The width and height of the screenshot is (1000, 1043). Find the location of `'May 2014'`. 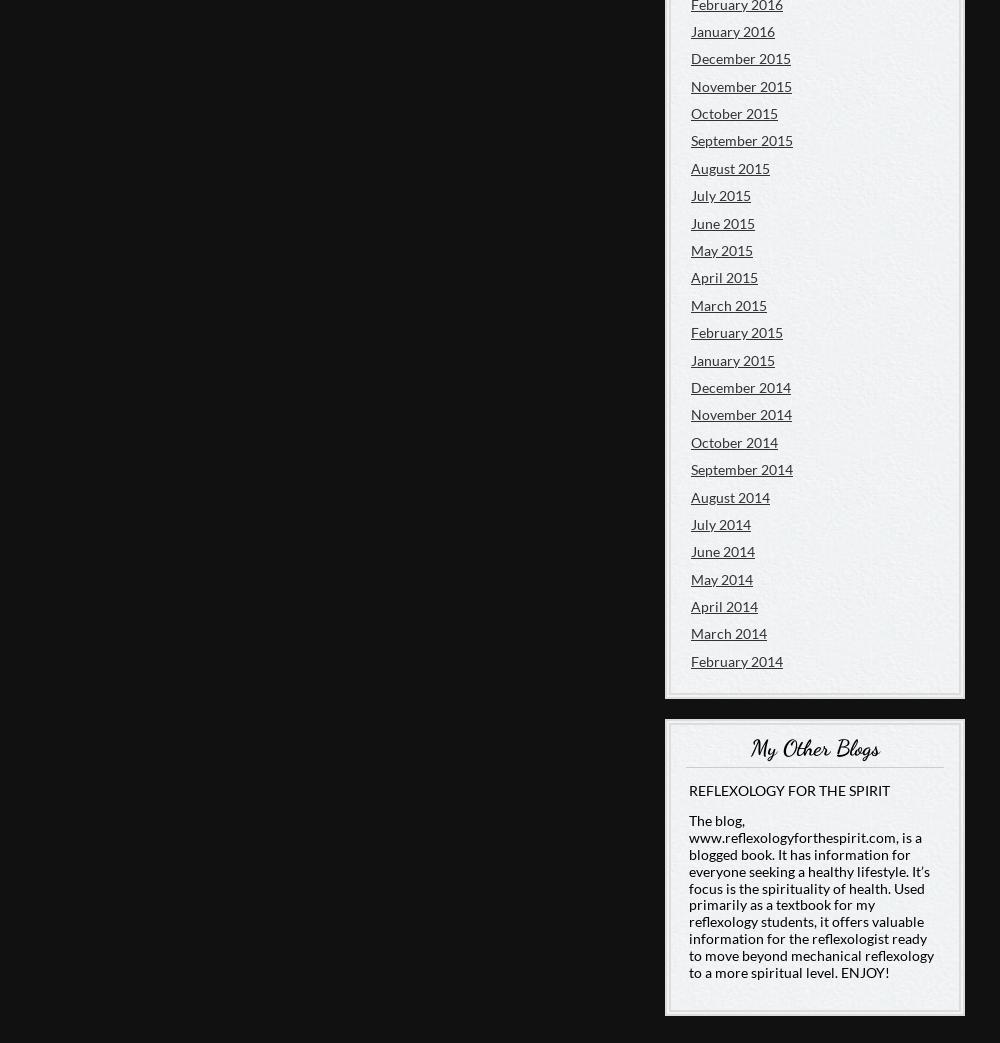

'May 2014' is located at coordinates (721, 578).